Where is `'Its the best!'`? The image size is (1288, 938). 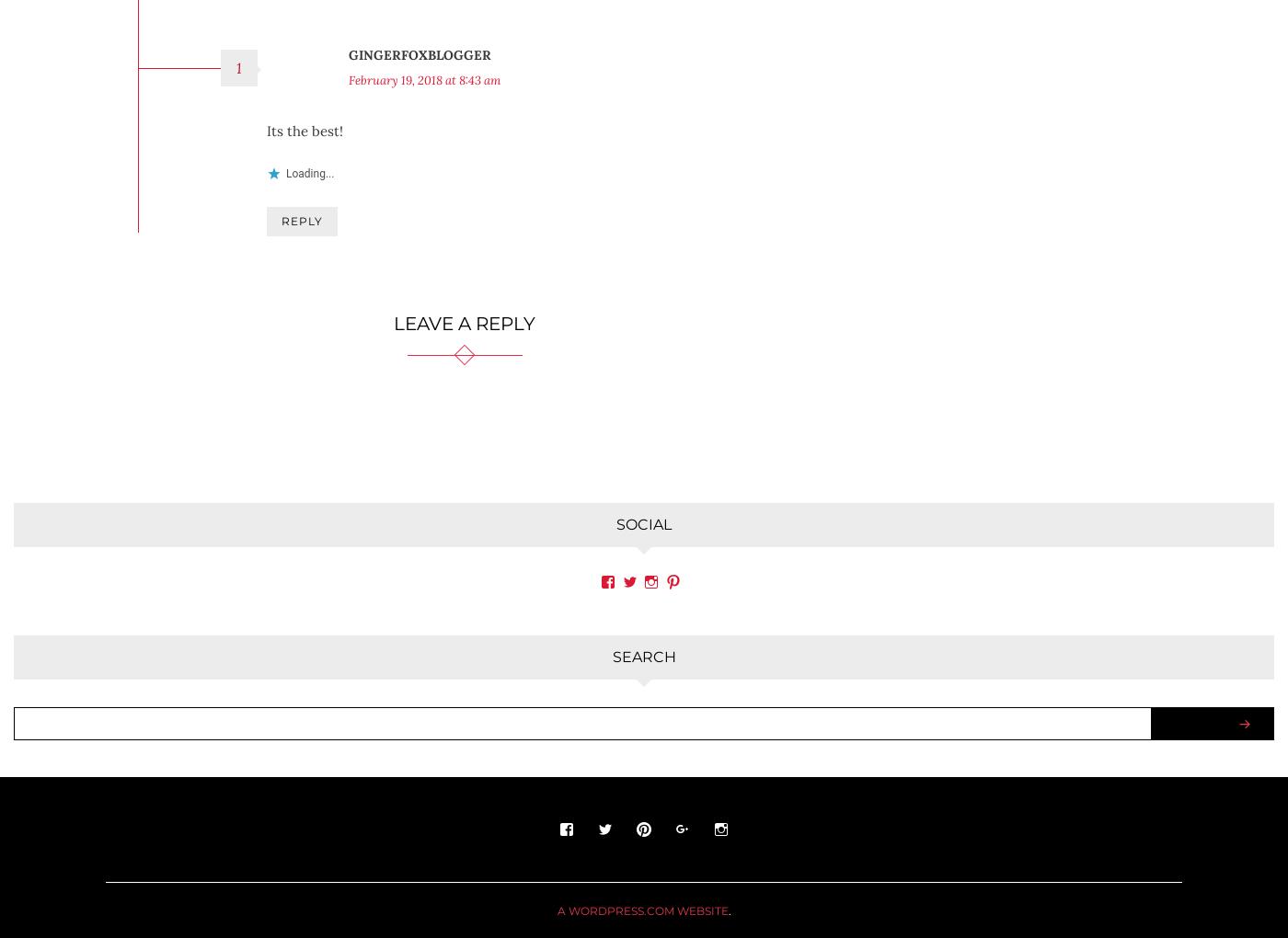
'Its the best!' is located at coordinates (305, 115).